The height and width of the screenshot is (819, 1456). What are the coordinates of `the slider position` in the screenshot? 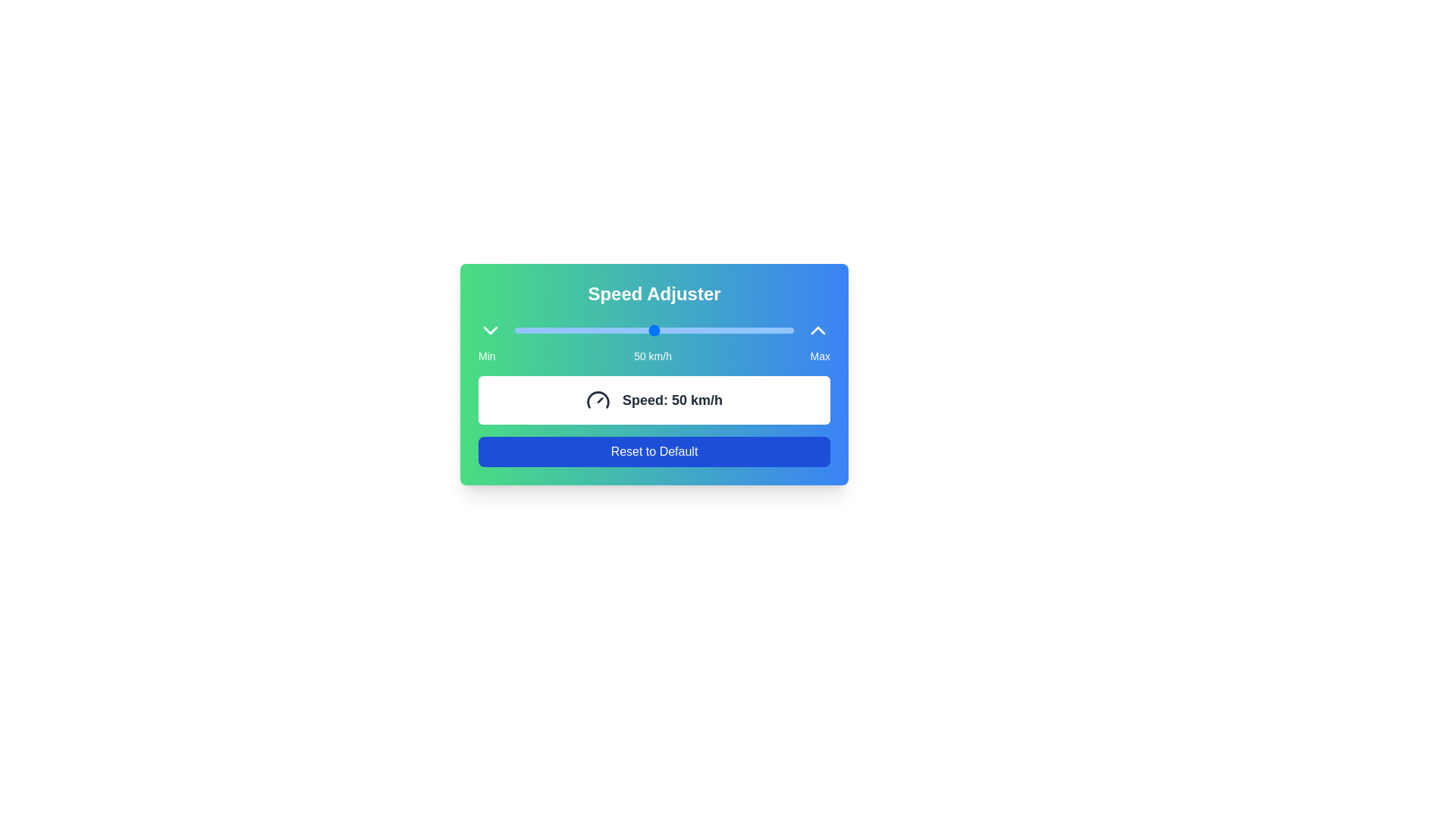 It's located at (632, 329).